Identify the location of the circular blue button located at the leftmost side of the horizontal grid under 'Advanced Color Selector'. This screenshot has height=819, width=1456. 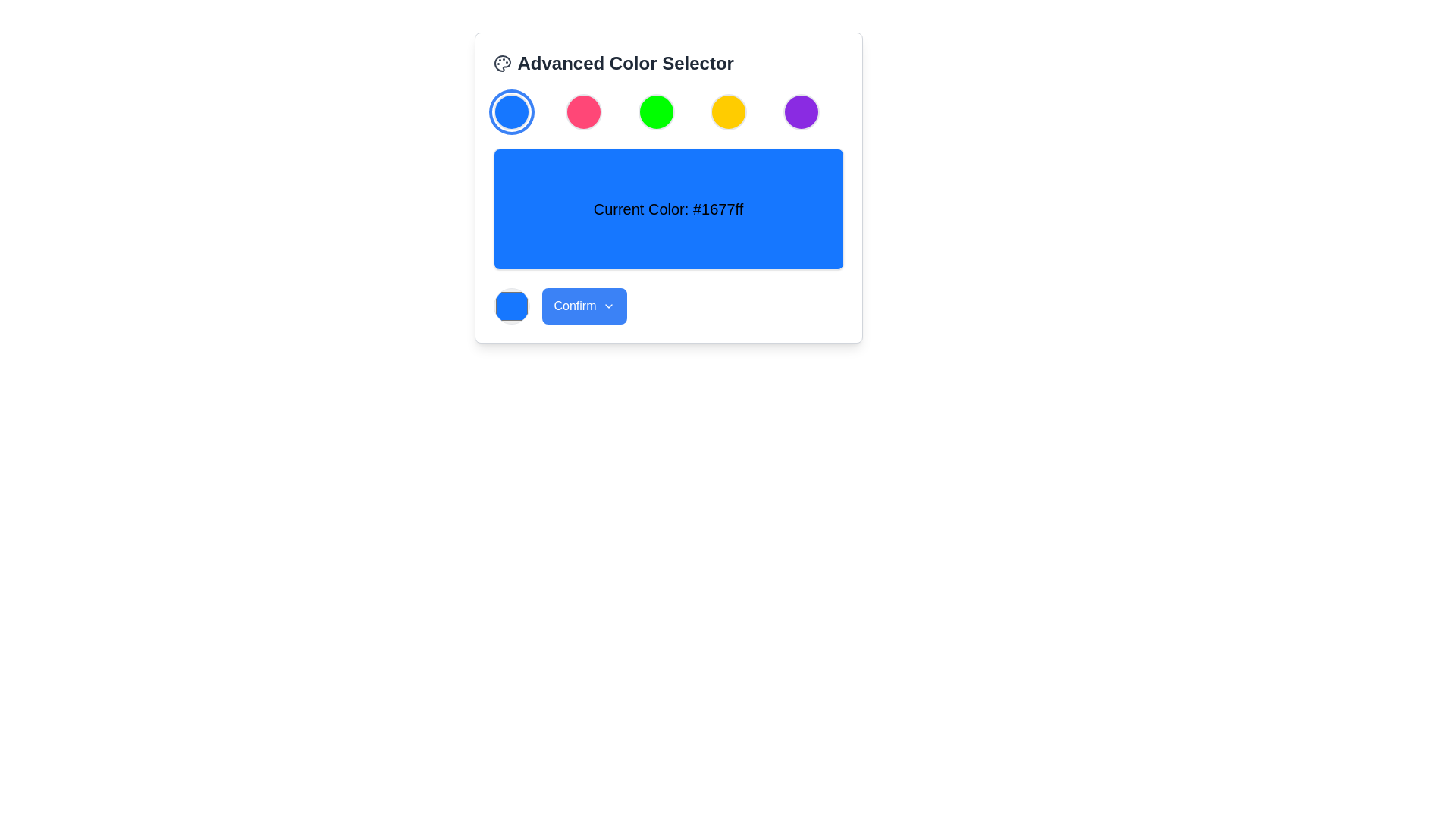
(511, 111).